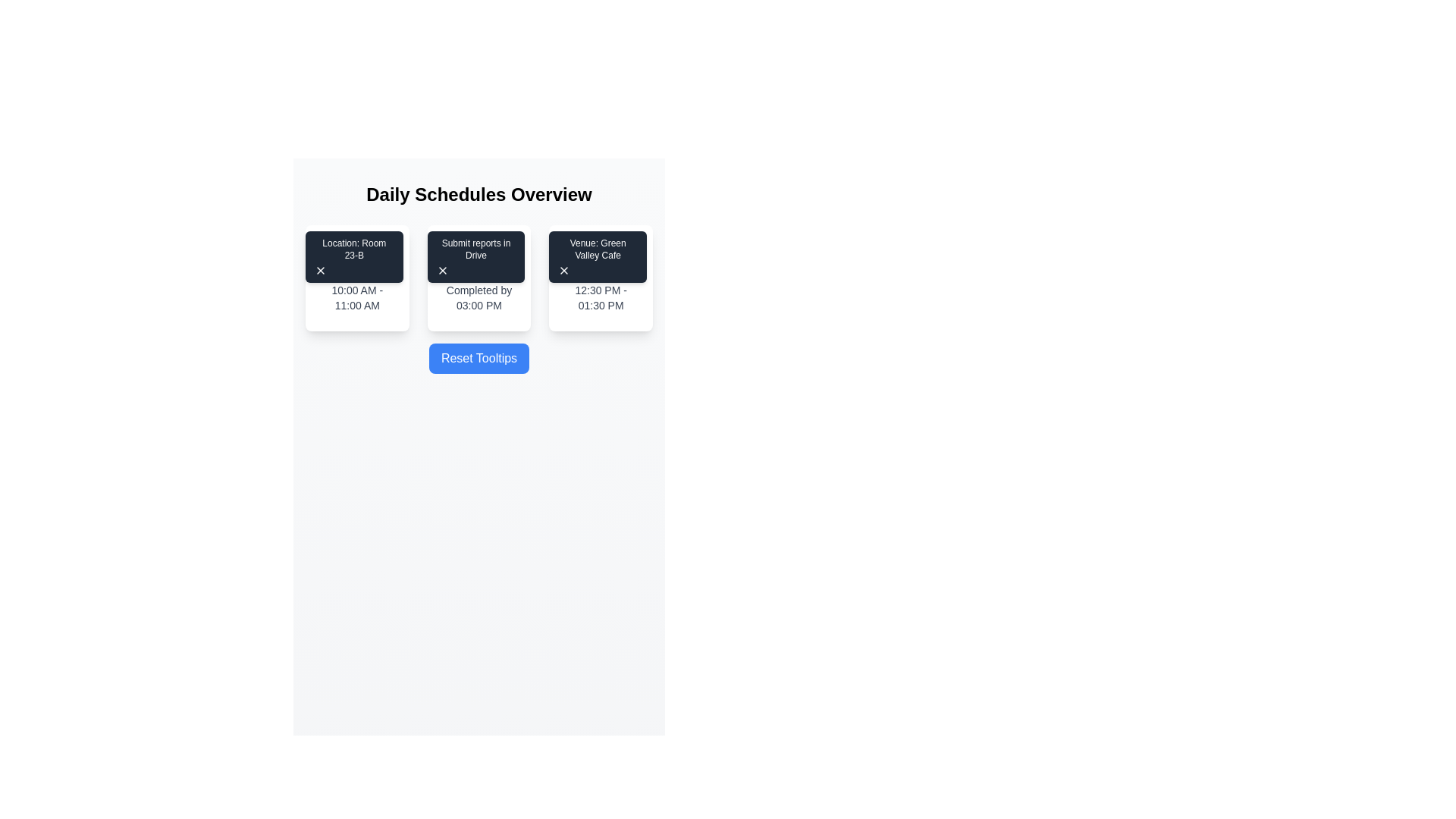  What do you see at coordinates (475, 256) in the screenshot?
I see `the informational card titled 'Project Deadline' containing the button 'Submit reports in Drive'` at bounding box center [475, 256].